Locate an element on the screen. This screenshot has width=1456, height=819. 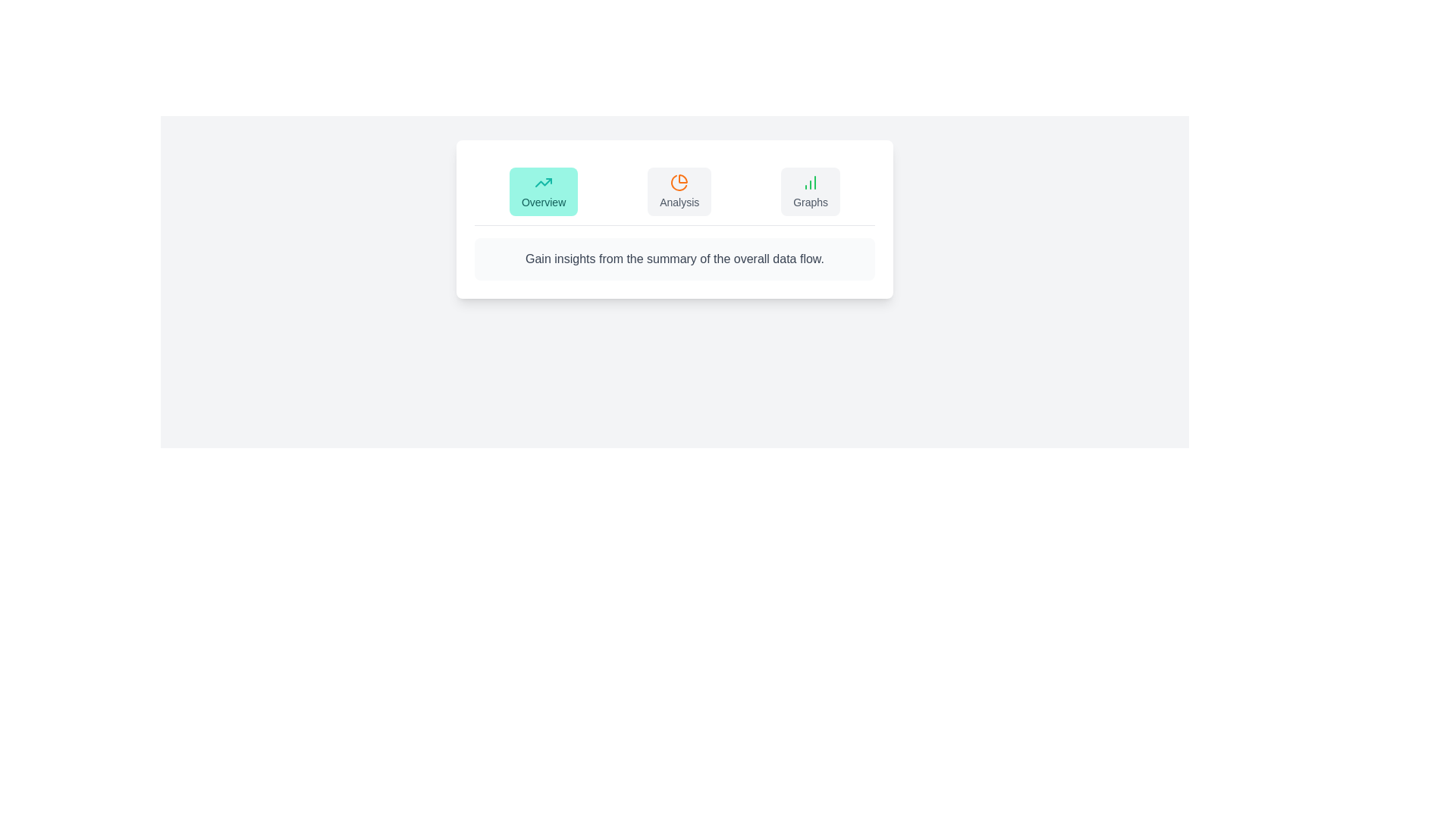
the Graphs tab to view its content is located at coordinates (810, 191).